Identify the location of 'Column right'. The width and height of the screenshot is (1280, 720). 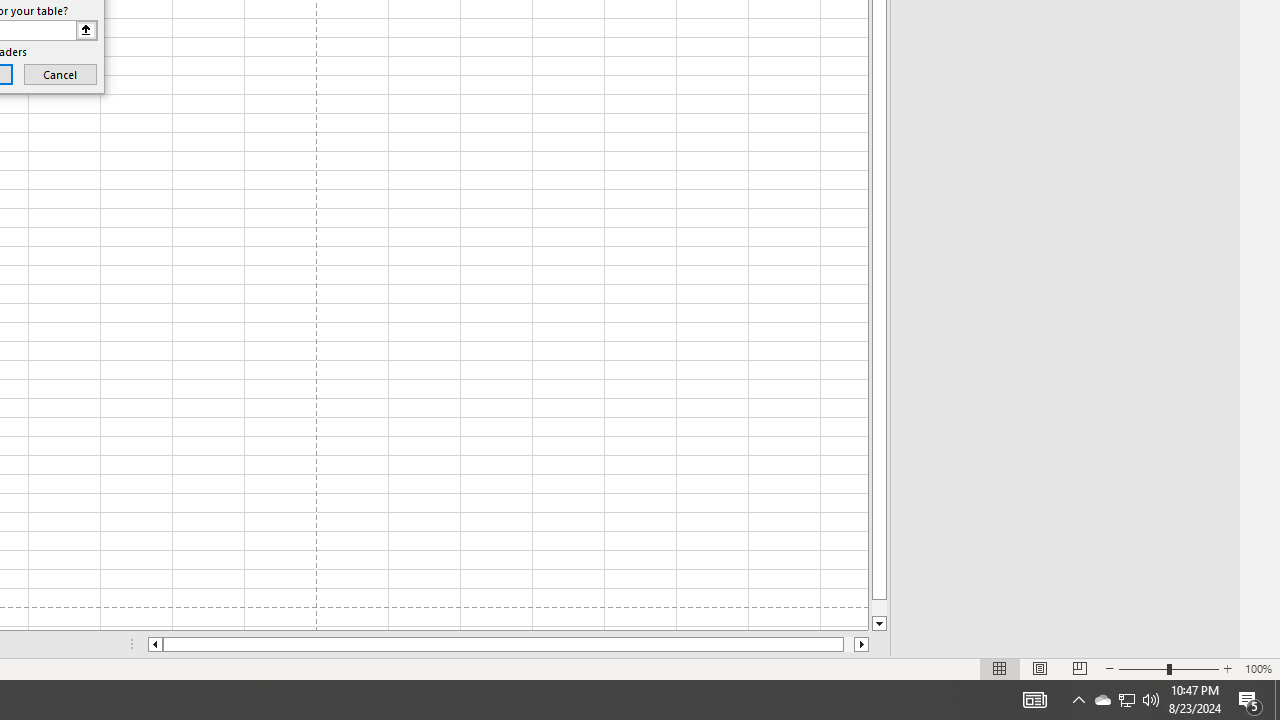
(862, 644).